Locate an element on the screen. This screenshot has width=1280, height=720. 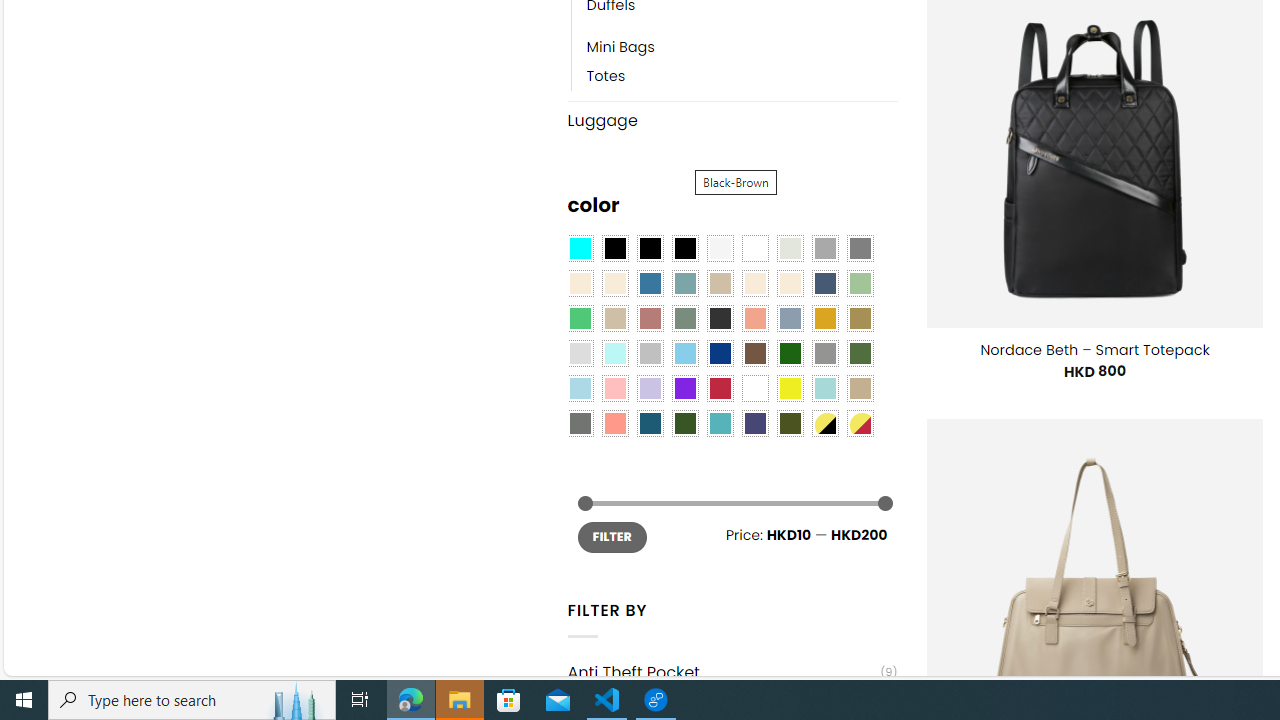
'Teal' is located at coordinates (720, 423).